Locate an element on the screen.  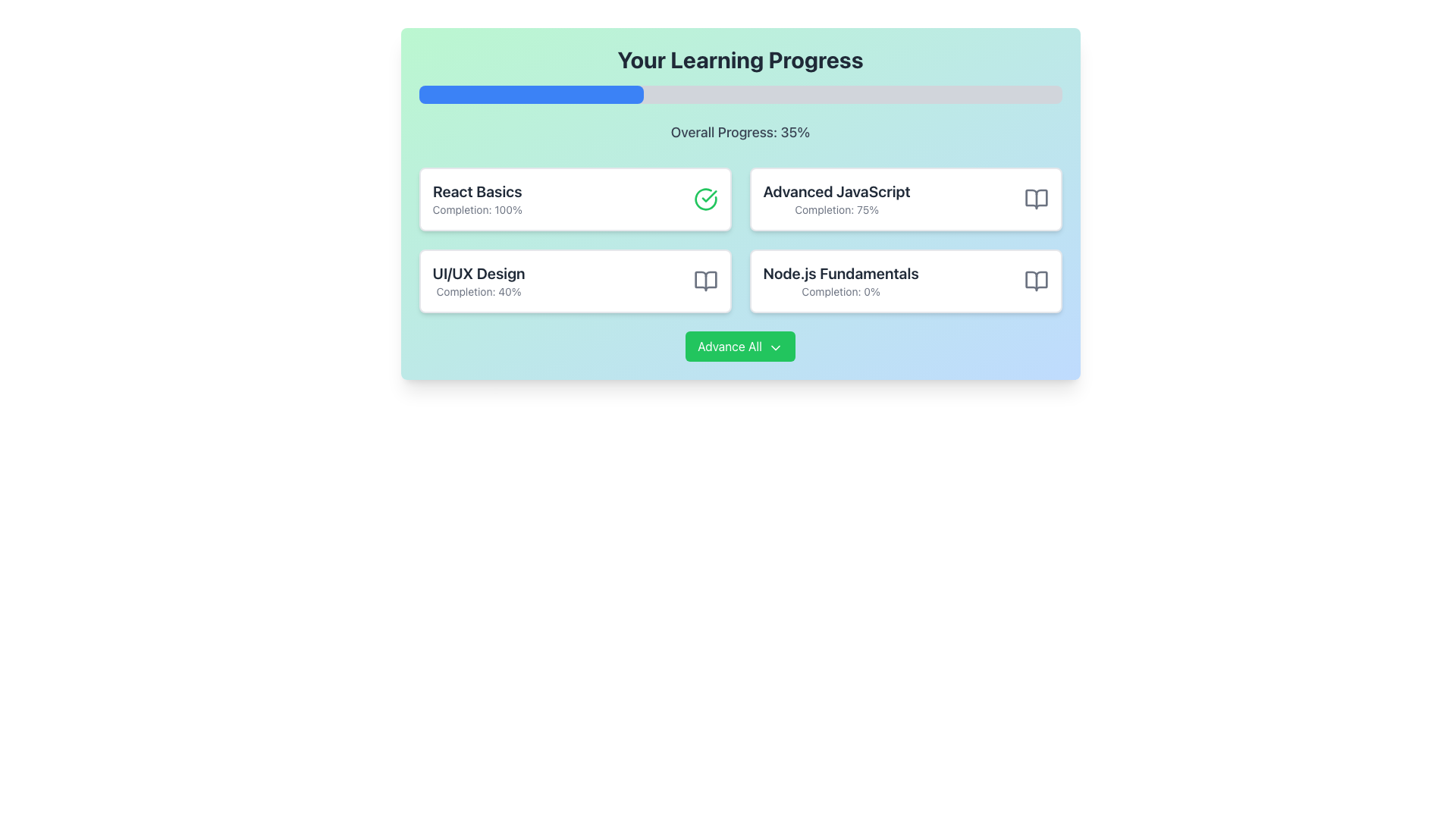
text block that displays 'UI/UX Design' and 'Completion: 40%' located below 'Your Learning Progress' in the second card under 'React Basics' is located at coordinates (478, 281).